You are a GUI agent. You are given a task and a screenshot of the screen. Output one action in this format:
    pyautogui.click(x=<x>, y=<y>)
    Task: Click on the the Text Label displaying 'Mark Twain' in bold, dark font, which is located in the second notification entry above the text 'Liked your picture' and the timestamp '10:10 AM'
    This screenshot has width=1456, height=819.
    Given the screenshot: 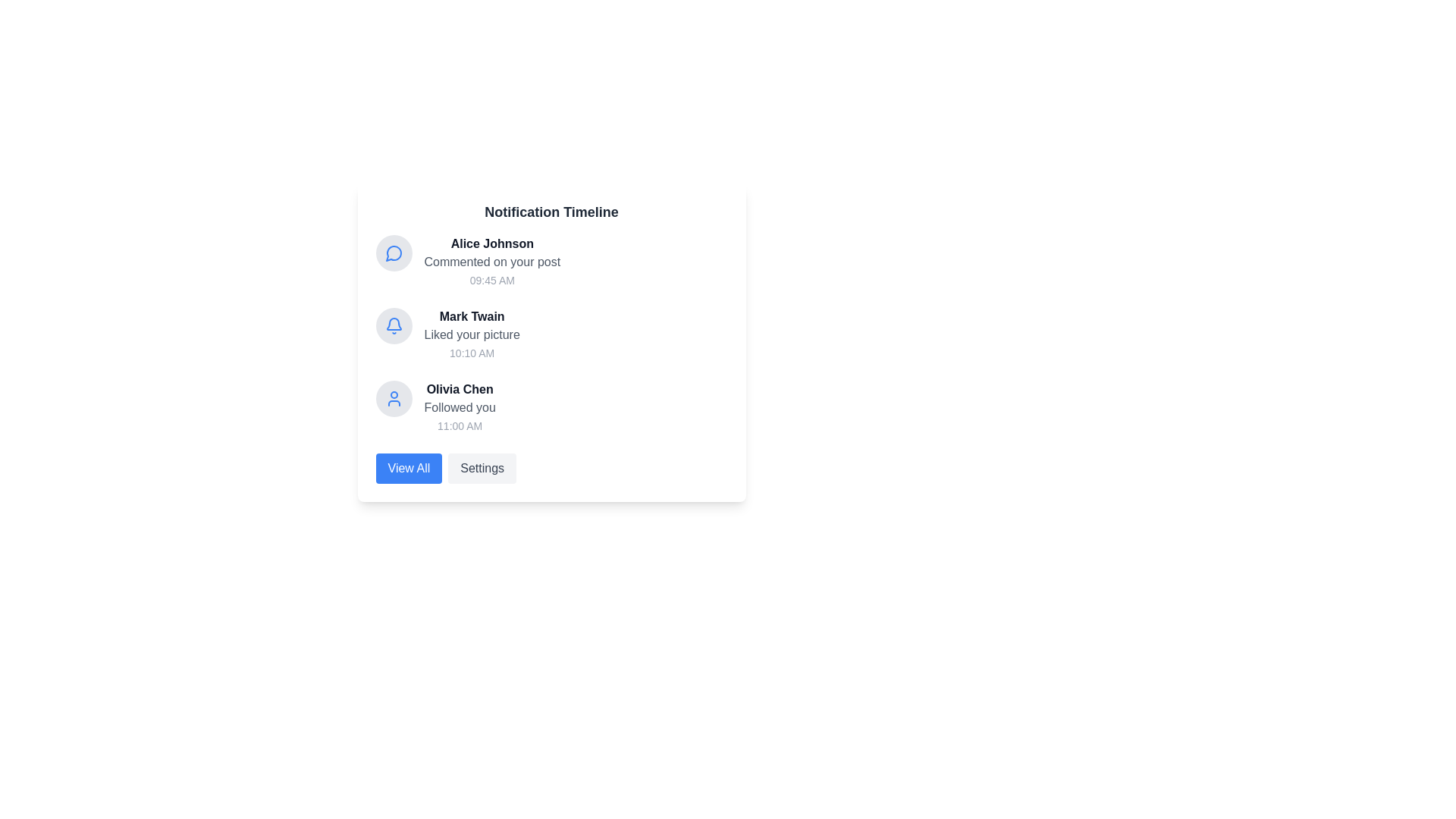 What is the action you would take?
    pyautogui.click(x=471, y=315)
    